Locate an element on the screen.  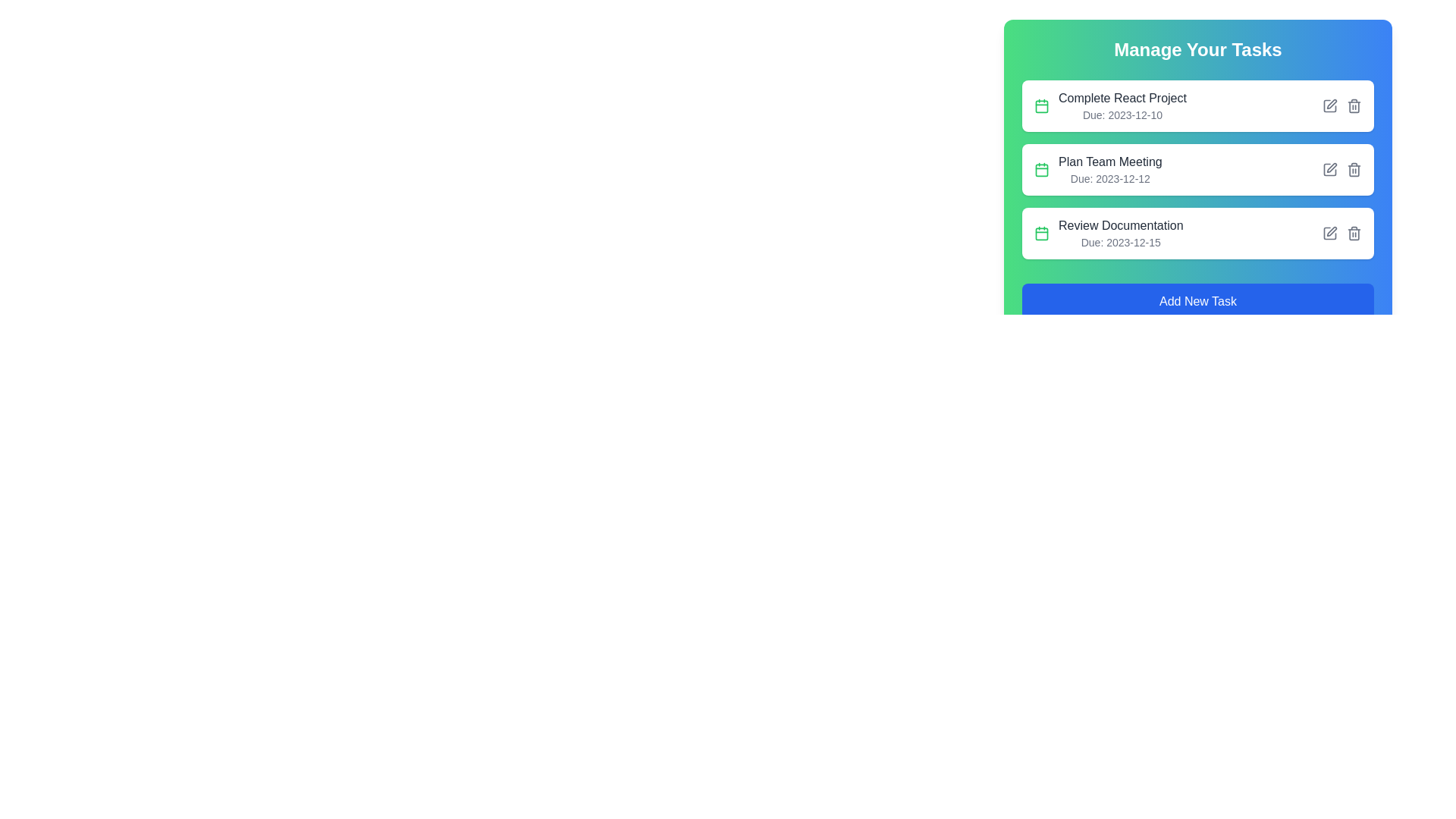
the delete button for the task 'Plan Team Meeting' is located at coordinates (1354, 169).